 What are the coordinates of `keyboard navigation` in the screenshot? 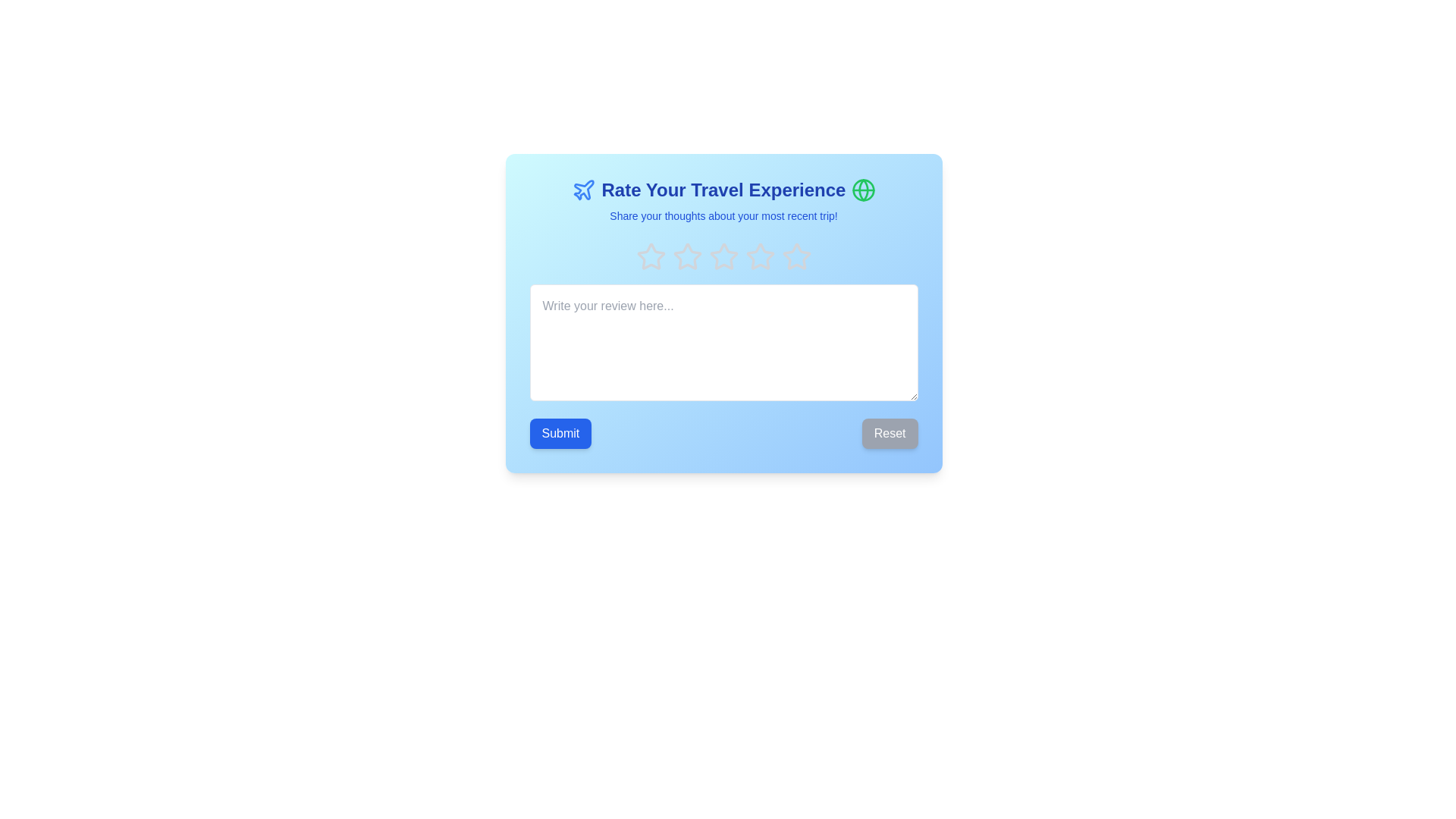 It's located at (651, 256).